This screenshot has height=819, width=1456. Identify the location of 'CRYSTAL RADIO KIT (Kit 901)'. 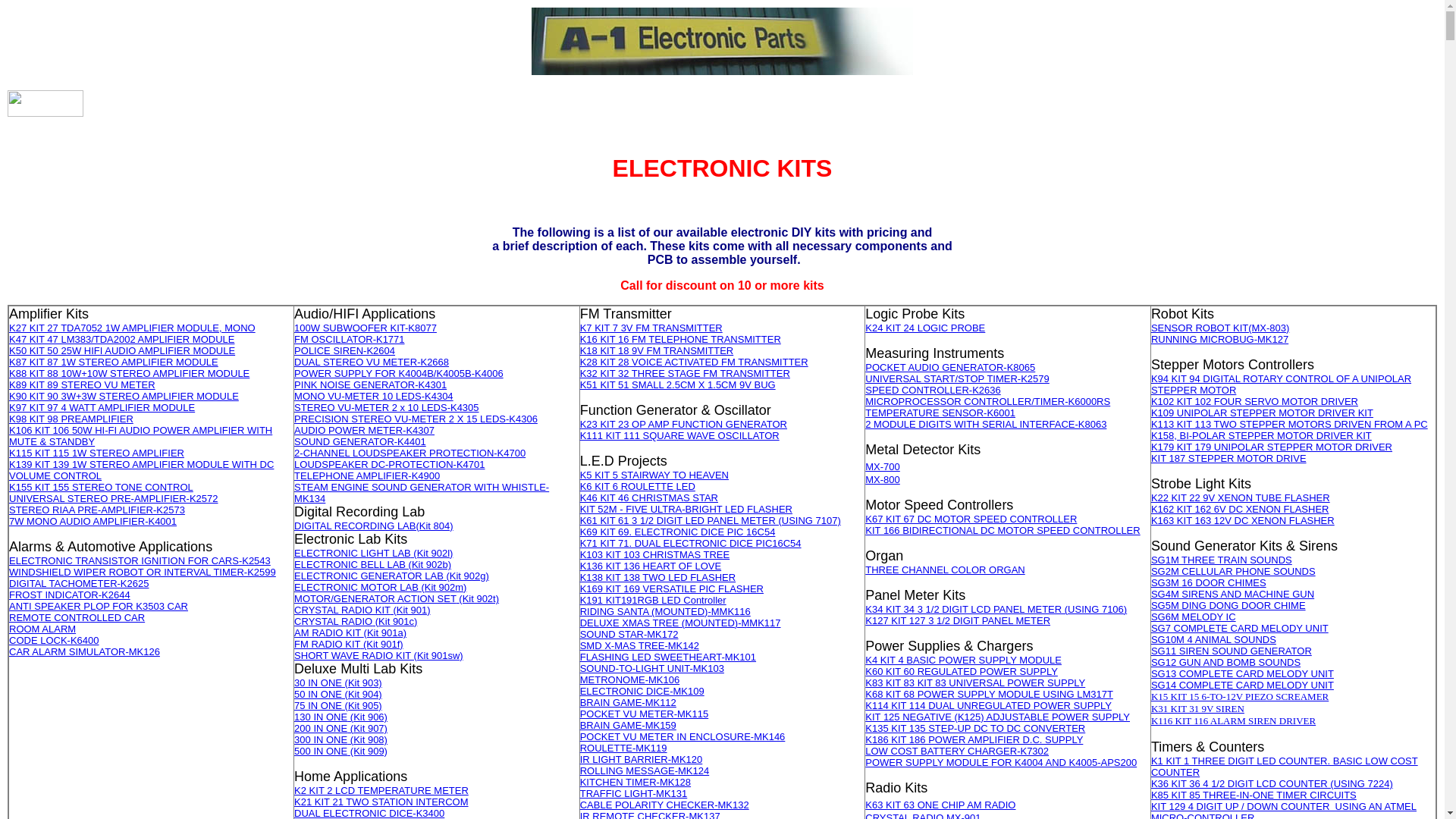
(361, 609).